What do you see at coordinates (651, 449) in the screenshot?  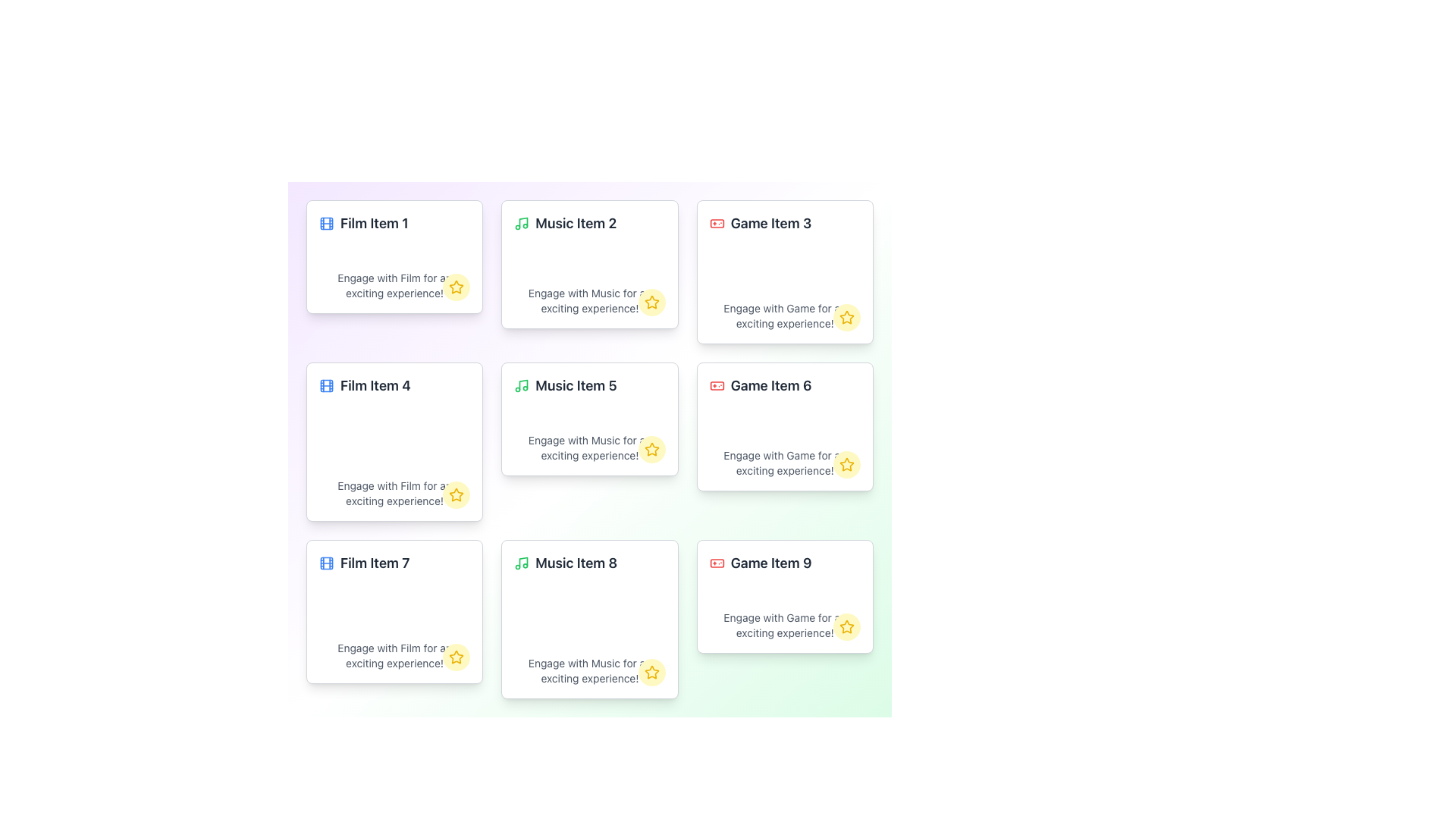 I see `the circular Icon button with a yellow background and a star icon at its center, located in the bottom-right corner of the 'Music Item 5' card` at bounding box center [651, 449].